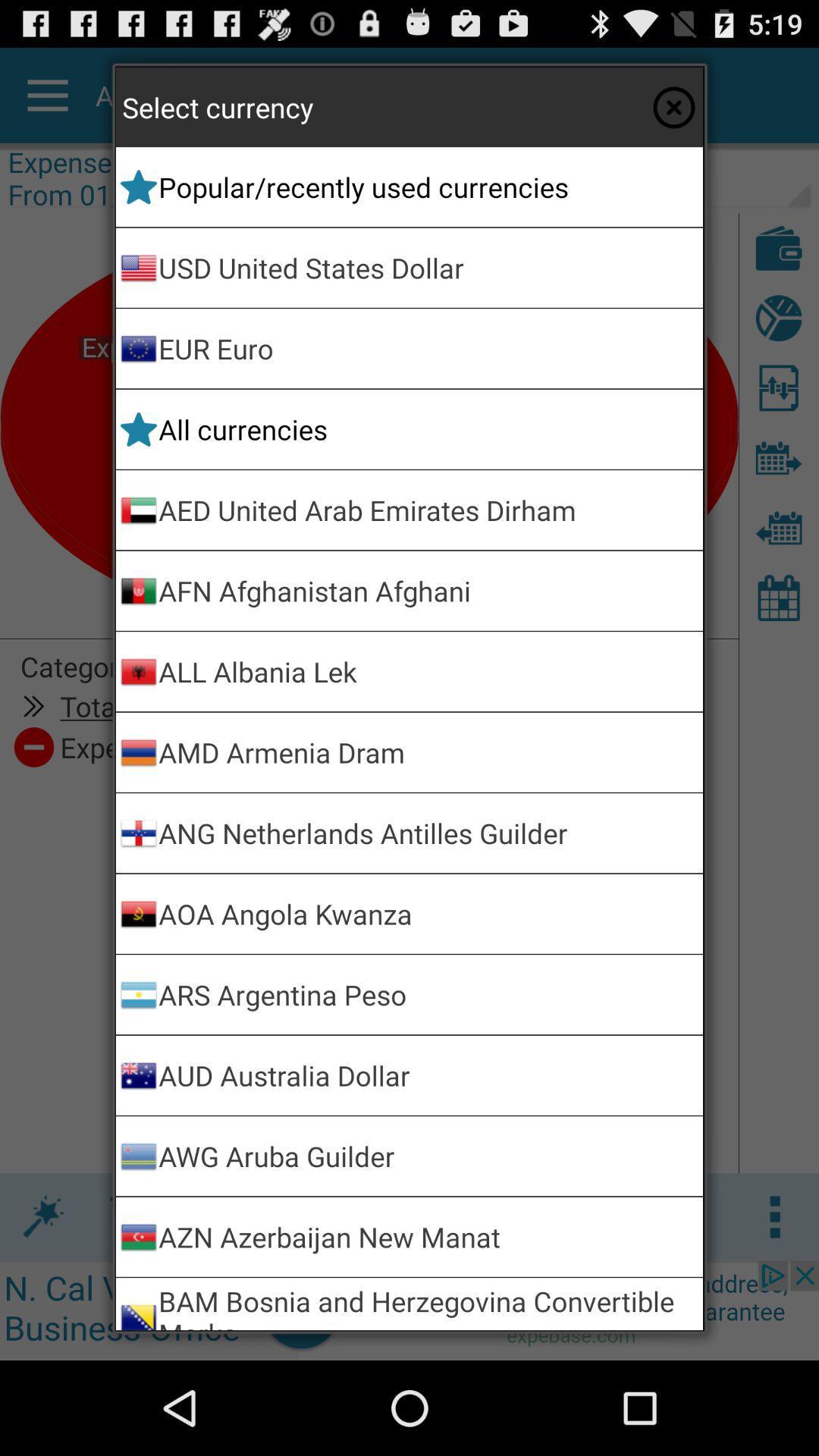 The width and height of the screenshot is (819, 1456). What do you see at coordinates (428, 428) in the screenshot?
I see `icon above the aed united arab icon` at bounding box center [428, 428].